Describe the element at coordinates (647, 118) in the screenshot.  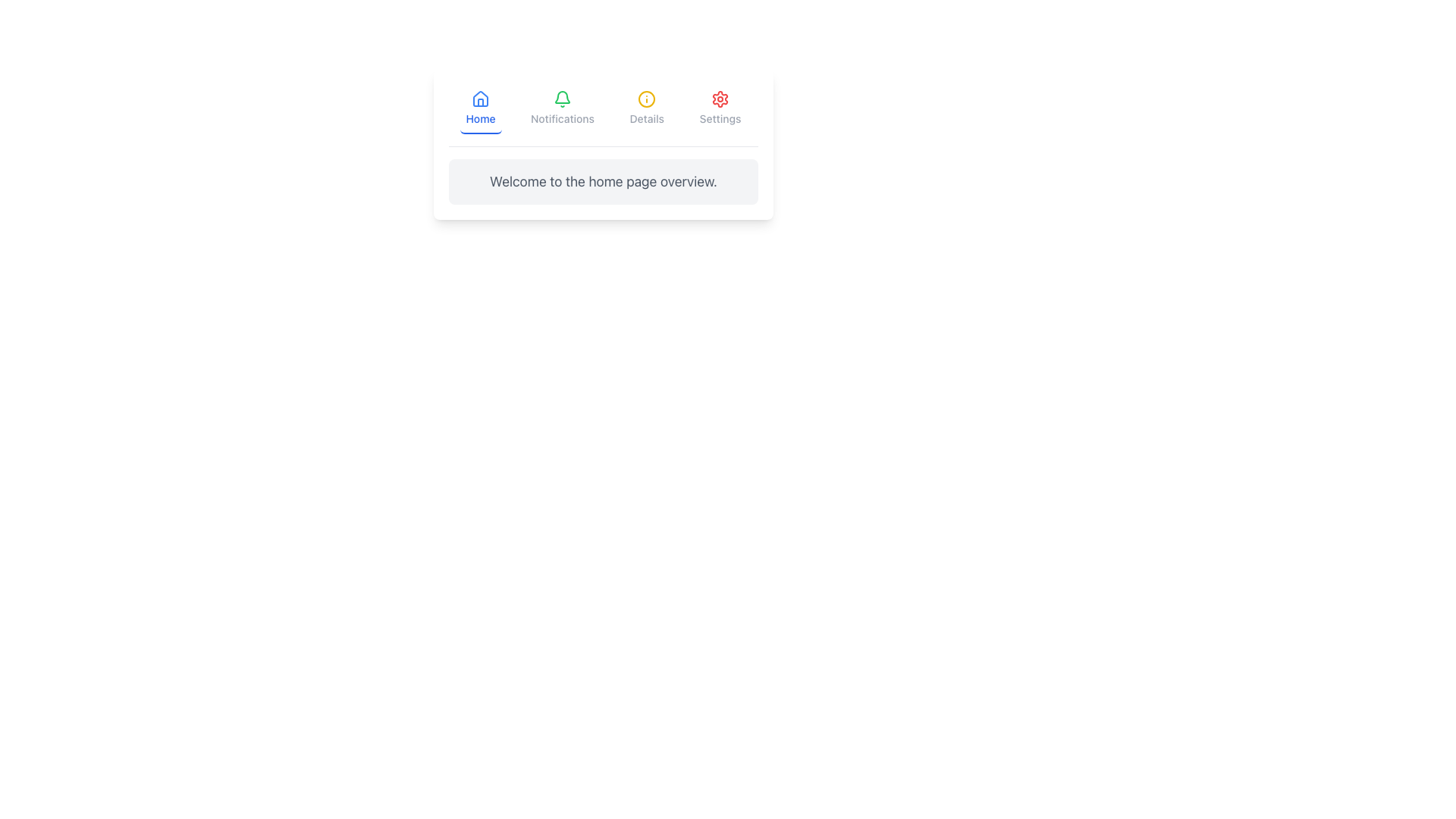
I see `the Text Label that describes the 'Details' functionality, located in the top navigation bar directly below the circular yellow information icon` at that location.